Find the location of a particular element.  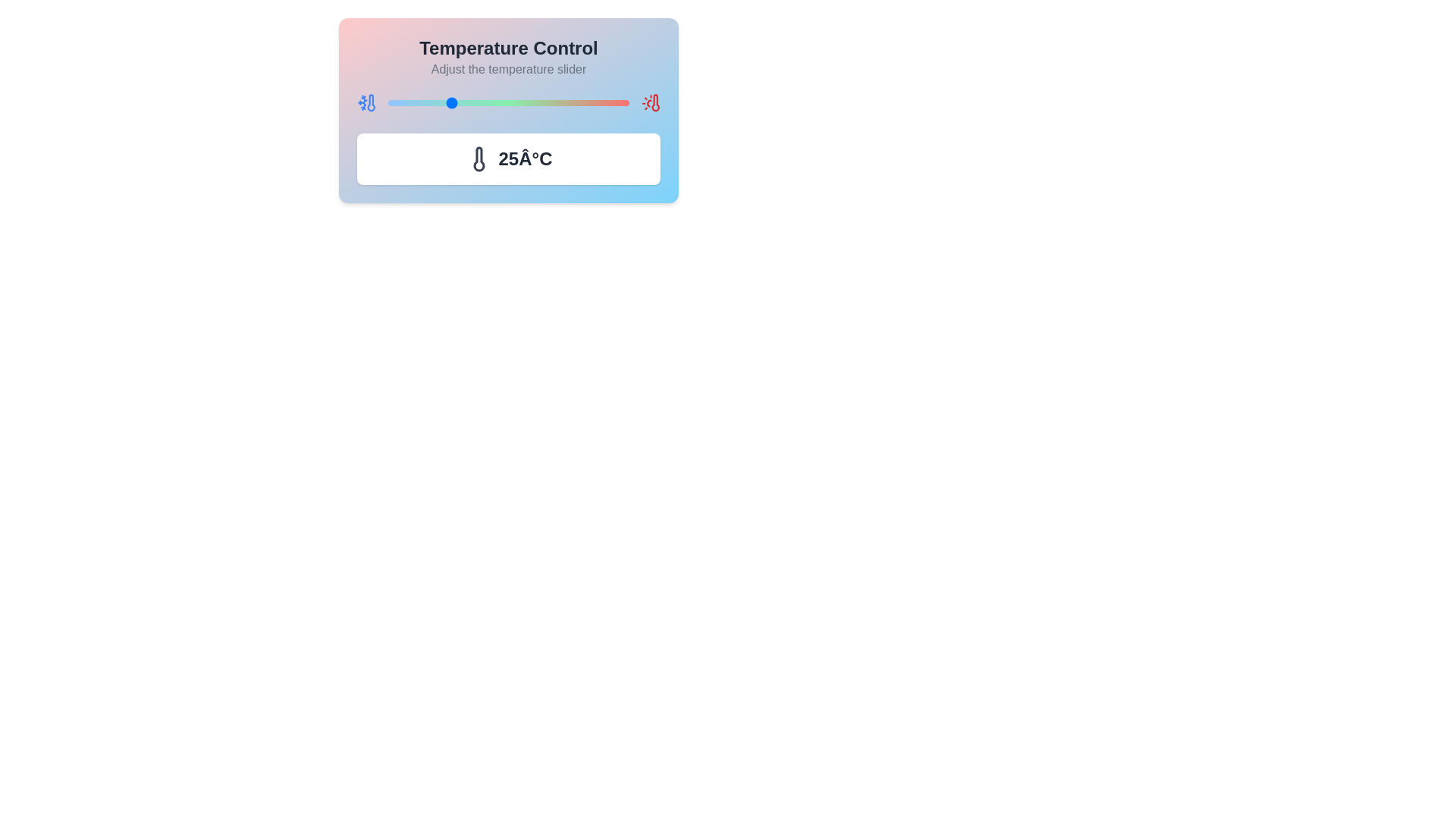

the thermometer icon on the right side of the slider is located at coordinates (651, 102).